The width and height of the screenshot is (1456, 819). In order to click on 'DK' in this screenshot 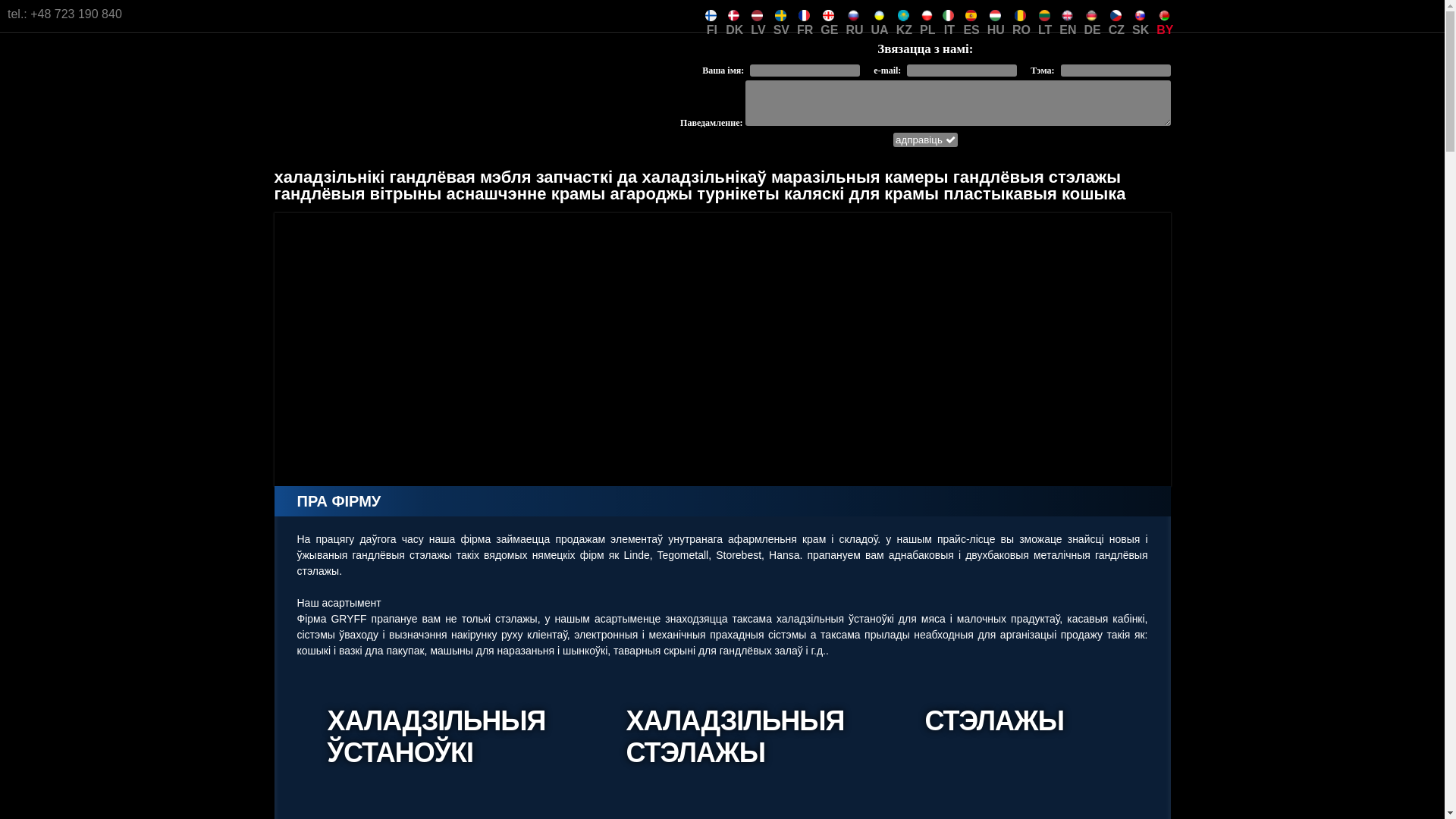, I will do `click(734, 14)`.